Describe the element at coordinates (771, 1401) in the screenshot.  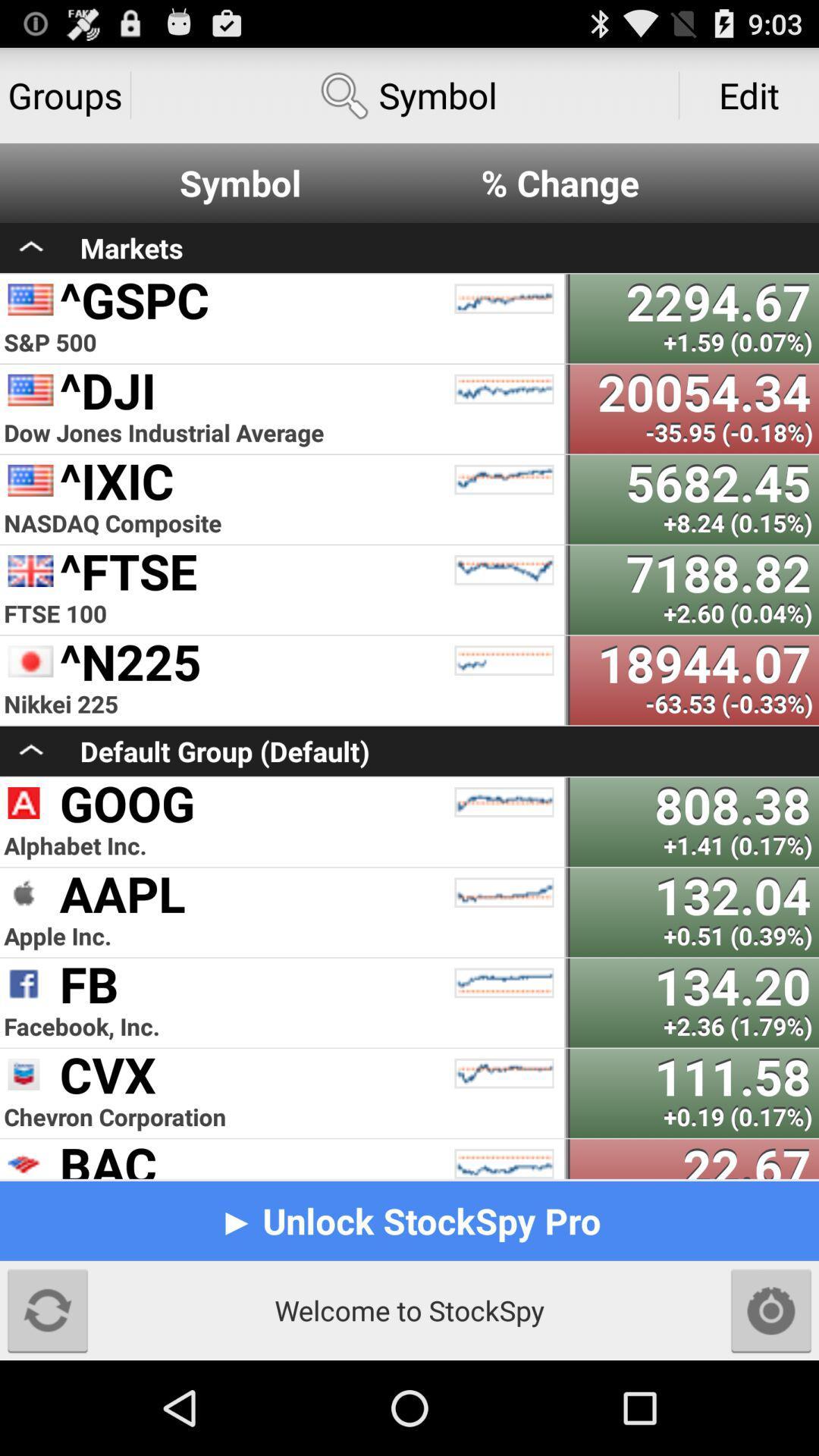
I see `the location_crosshair icon` at that location.